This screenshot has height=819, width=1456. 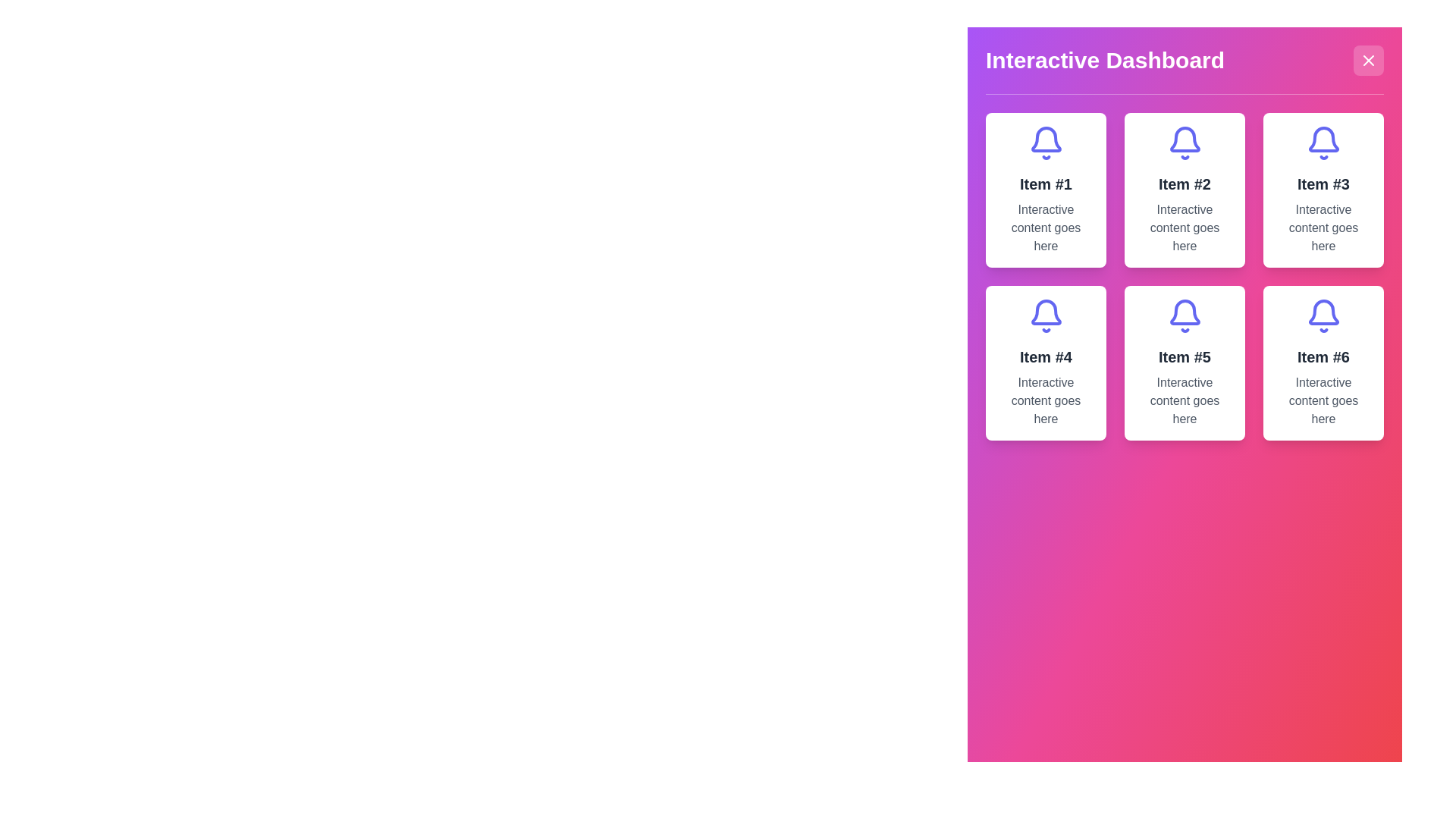 I want to click on the descriptive text block within the card labeled 'Item #1', located at the top-left section of the dashboard, below the title text and the bell icon, so click(x=1045, y=227).